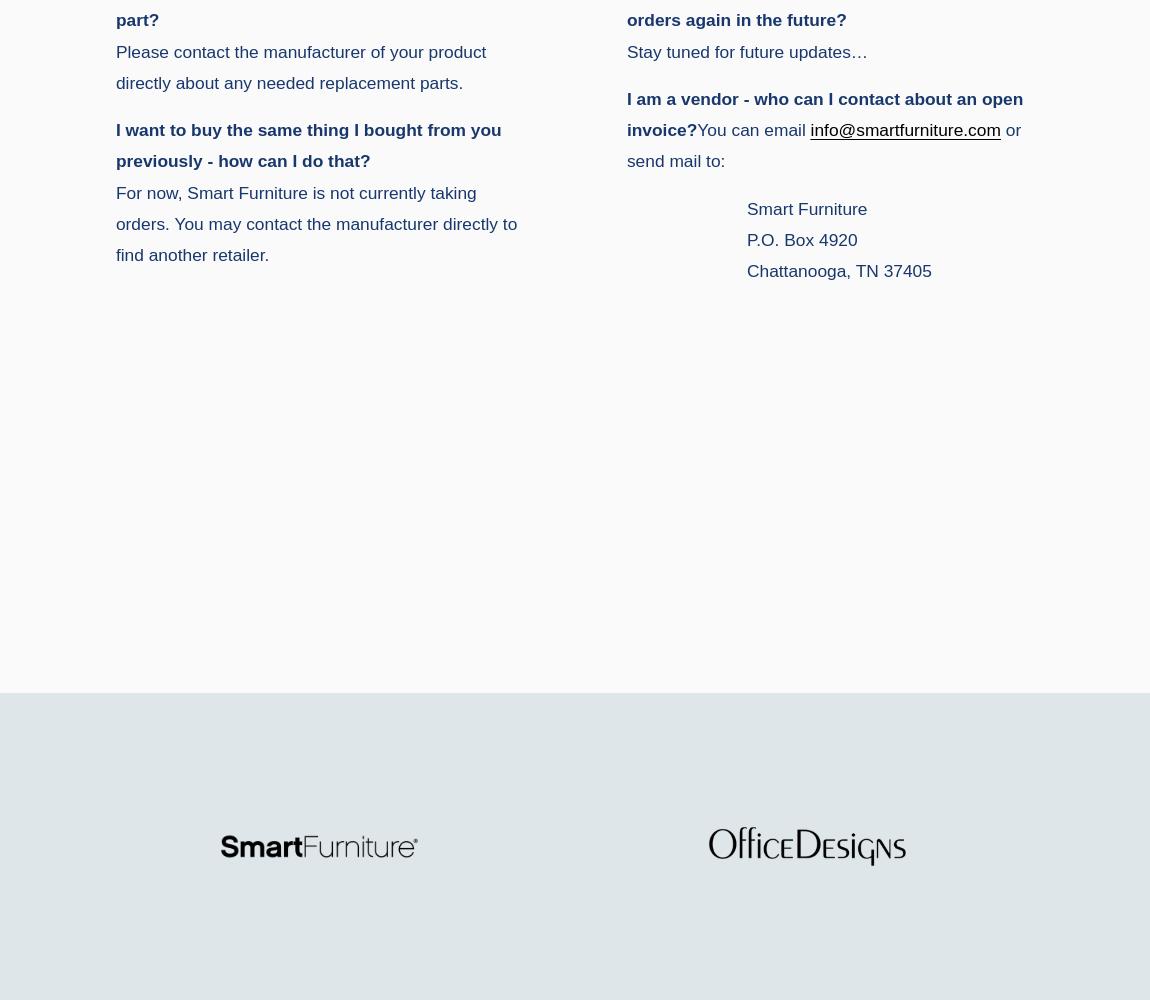 The height and width of the screenshot is (1000, 1150). What do you see at coordinates (905, 130) in the screenshot?
I see `'info@smartfurniture.com'` at bounding box center [905, 130].